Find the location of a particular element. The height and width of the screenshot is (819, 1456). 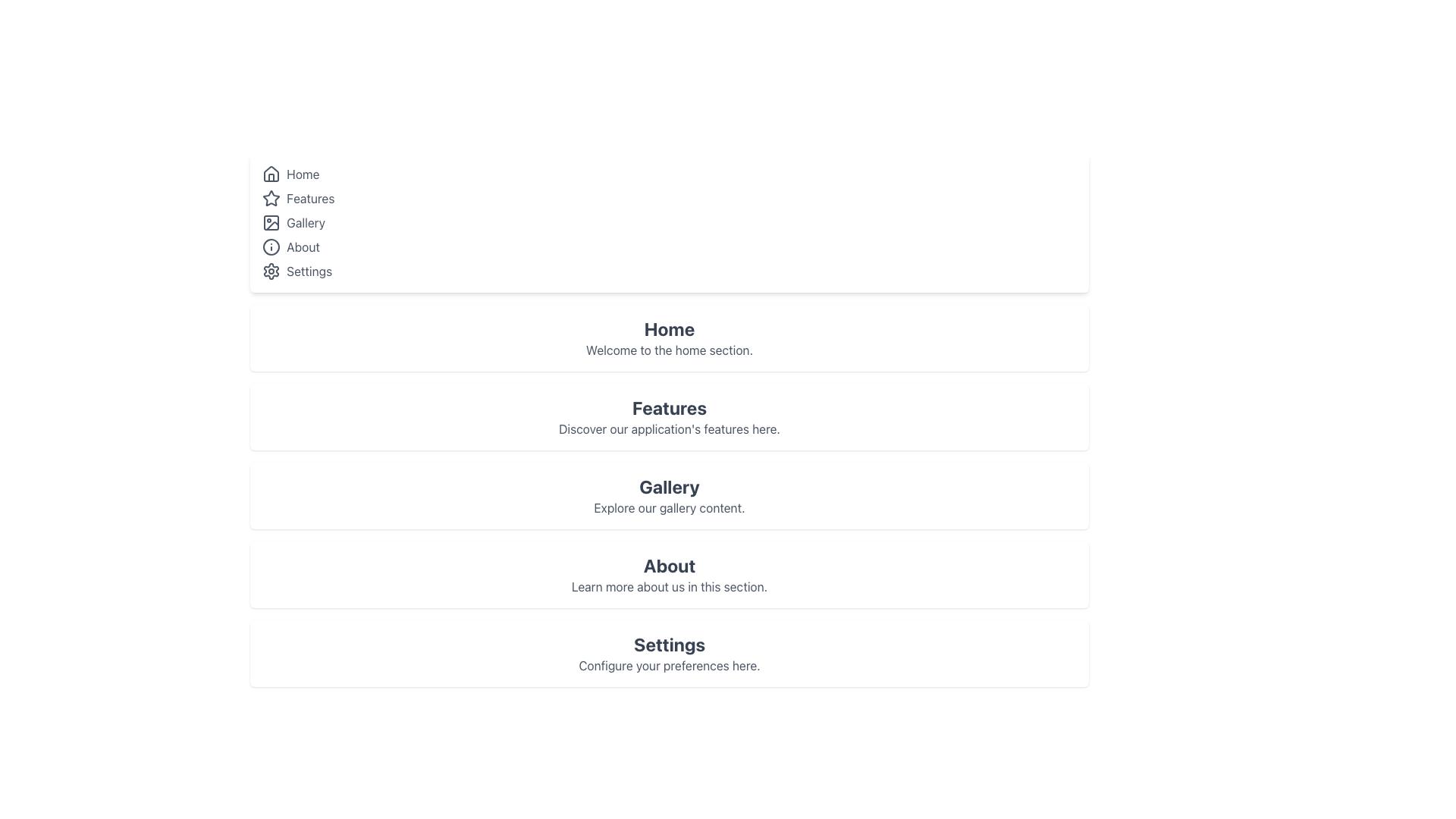

the 'About' informational section, which has a white background and rounded corners, to read the description about the section is located at coordinates (669, 575).